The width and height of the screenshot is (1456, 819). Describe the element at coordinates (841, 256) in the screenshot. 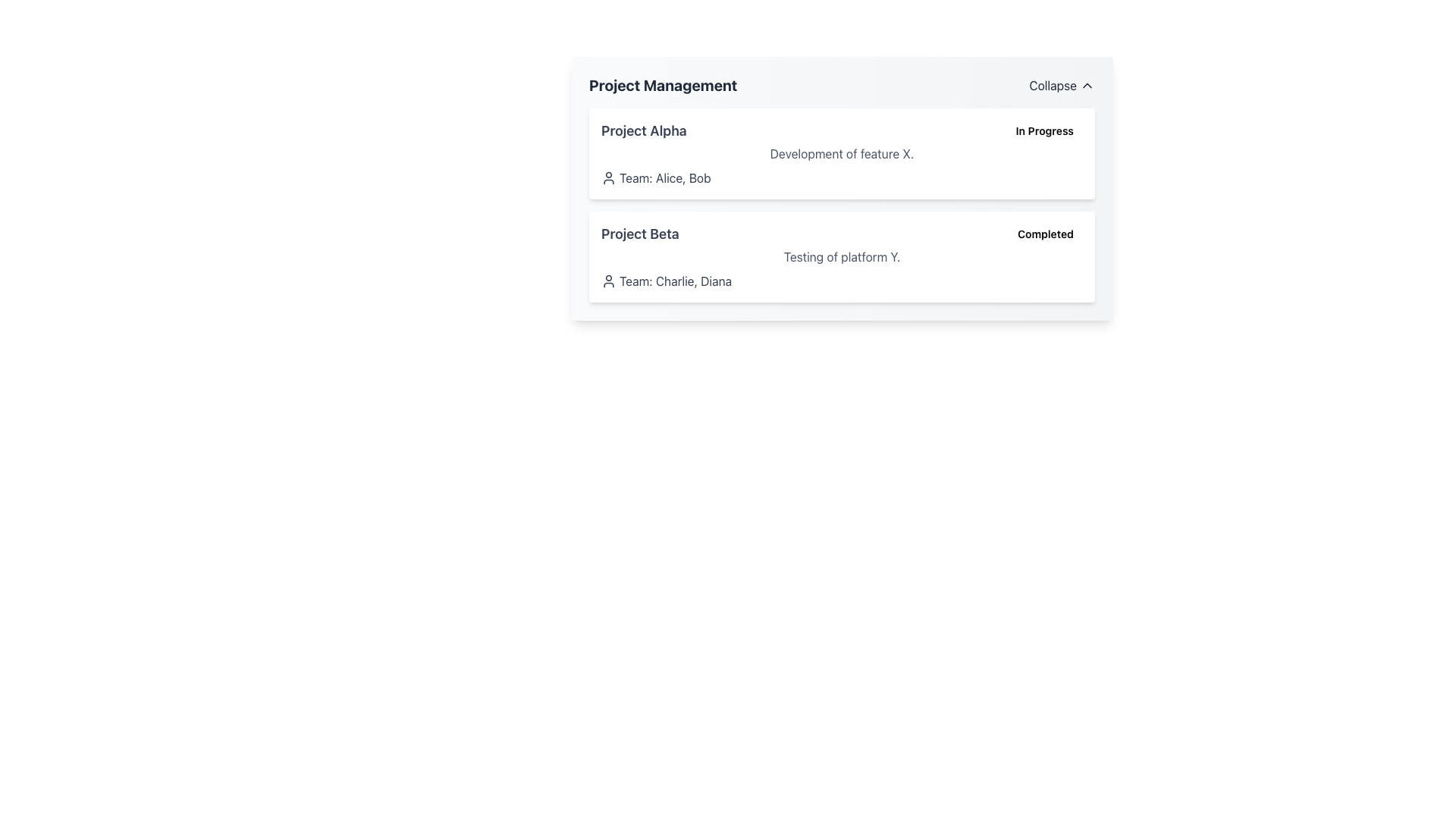

I see `the paragraph text displaying 'Testing of platform Y.' which is located below the title 'Project Beta' and adjacent to the 'Completed' badge` at that location.